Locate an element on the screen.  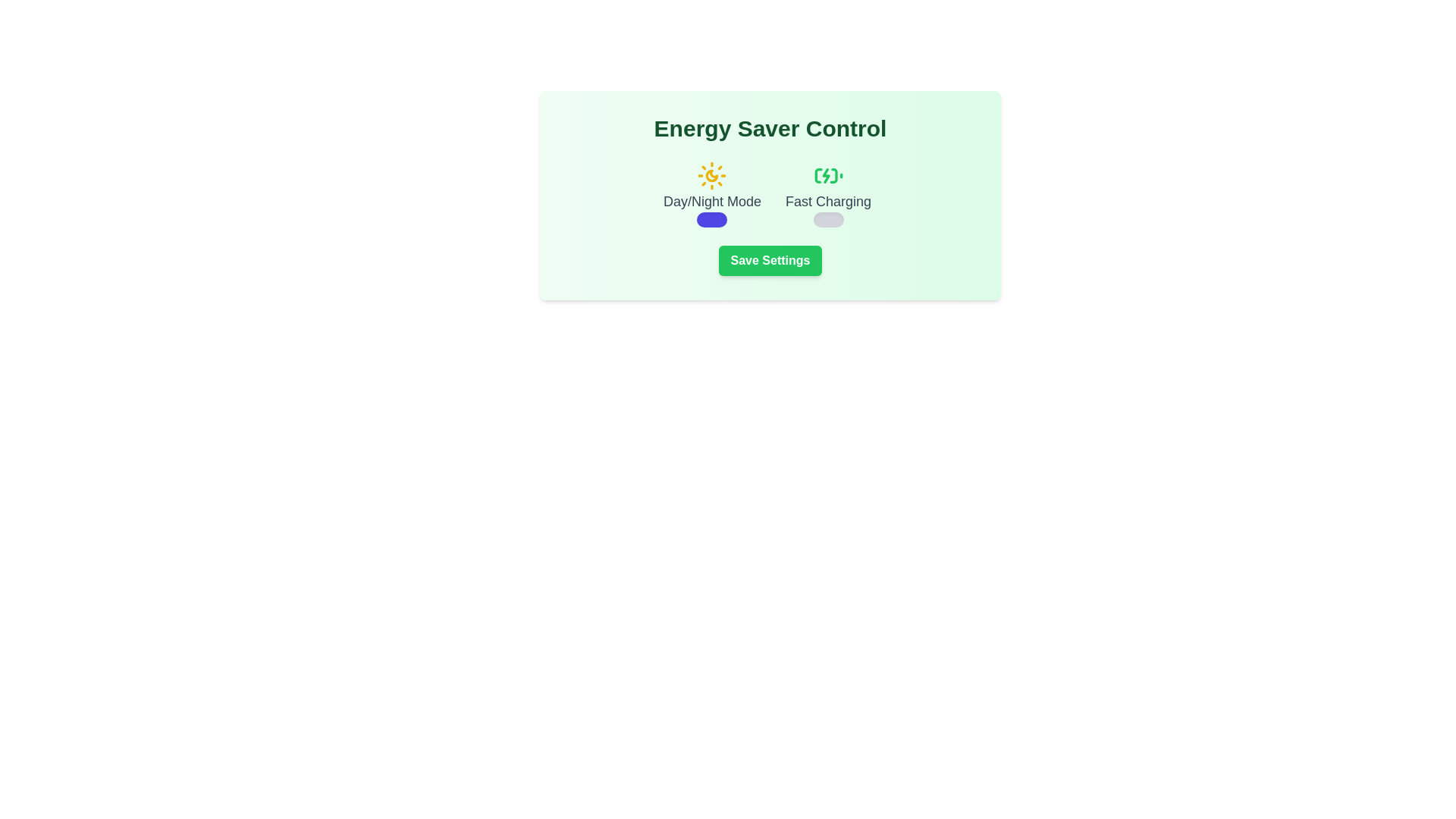
the 'Fast Charging' switch to toggle its state is located at coordinates (827, 219).